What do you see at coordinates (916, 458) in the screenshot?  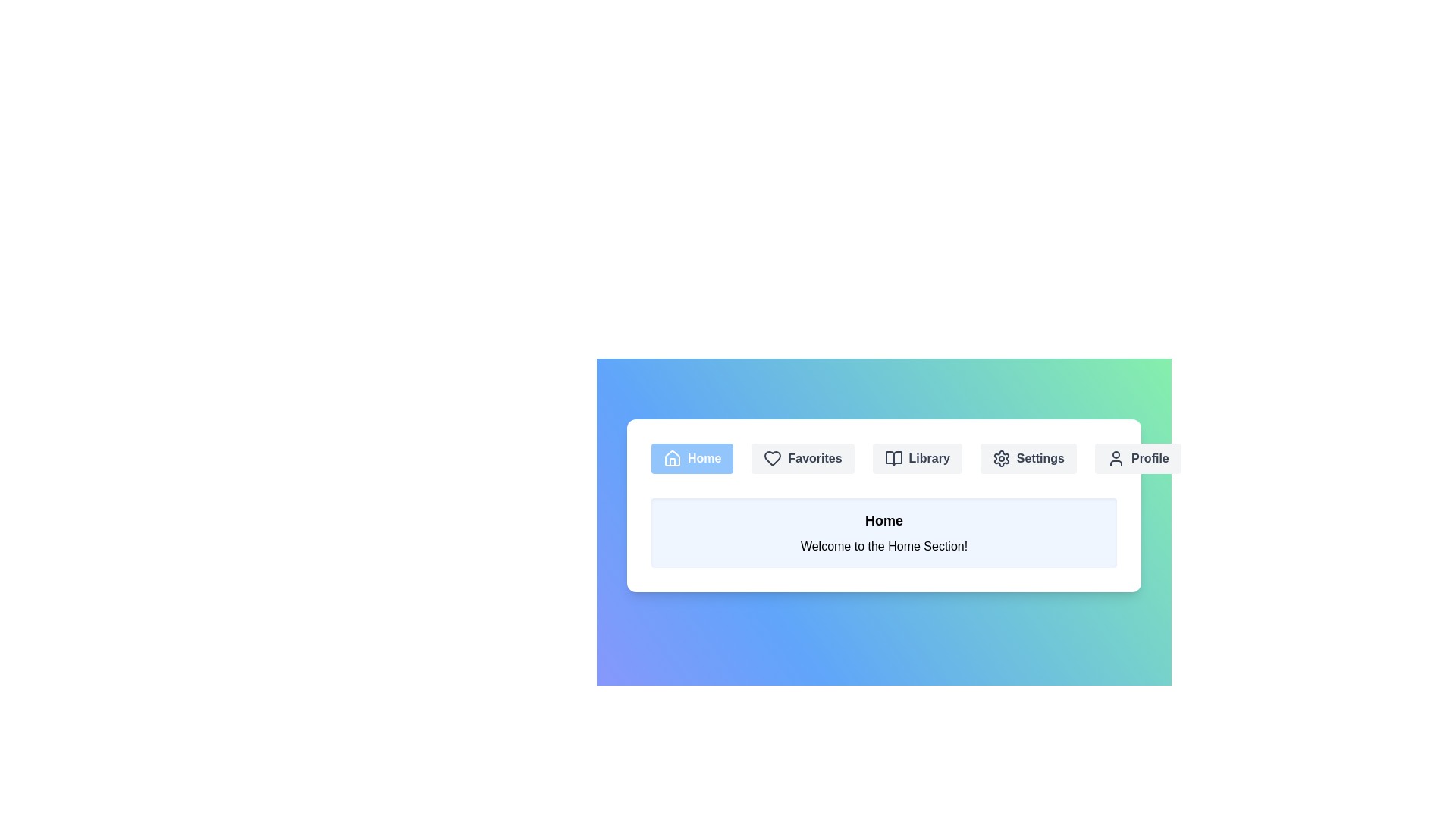 I see `the 'Library' button, which is the third button in the navigation bar located between 'Favorites' and 'Settings', to observe a possible hover effect` at bounding box center [916, 458].